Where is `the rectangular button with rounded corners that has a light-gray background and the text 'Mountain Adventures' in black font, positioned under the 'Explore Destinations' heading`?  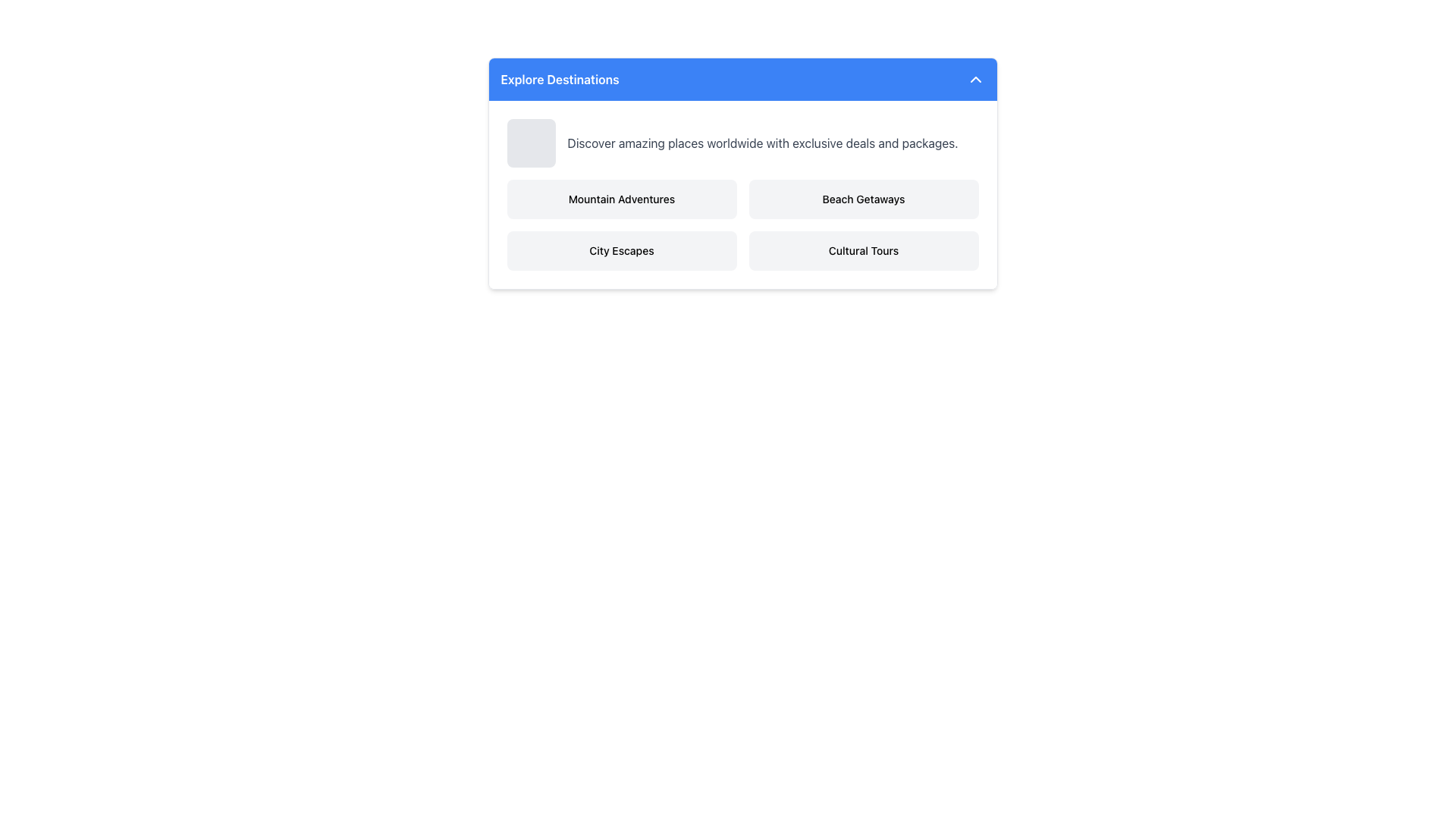 the rectangular button with rounded corners that has a light-gray background and the text 'Mountain Adventures' in black font, positioned under the 'Explore Destinations' heading is located at coordinates (622, 198).